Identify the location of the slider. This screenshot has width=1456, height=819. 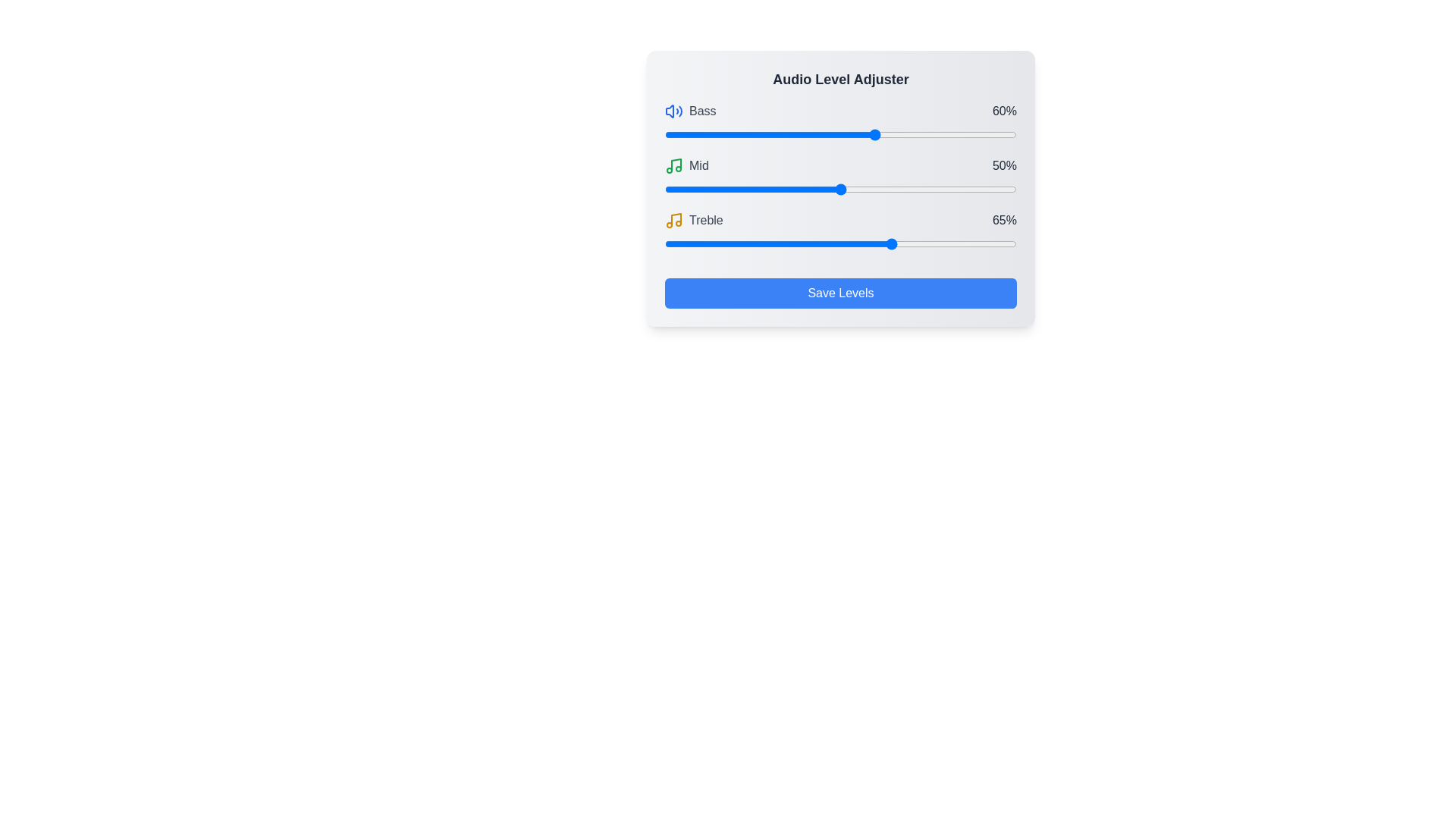
(735, 243).